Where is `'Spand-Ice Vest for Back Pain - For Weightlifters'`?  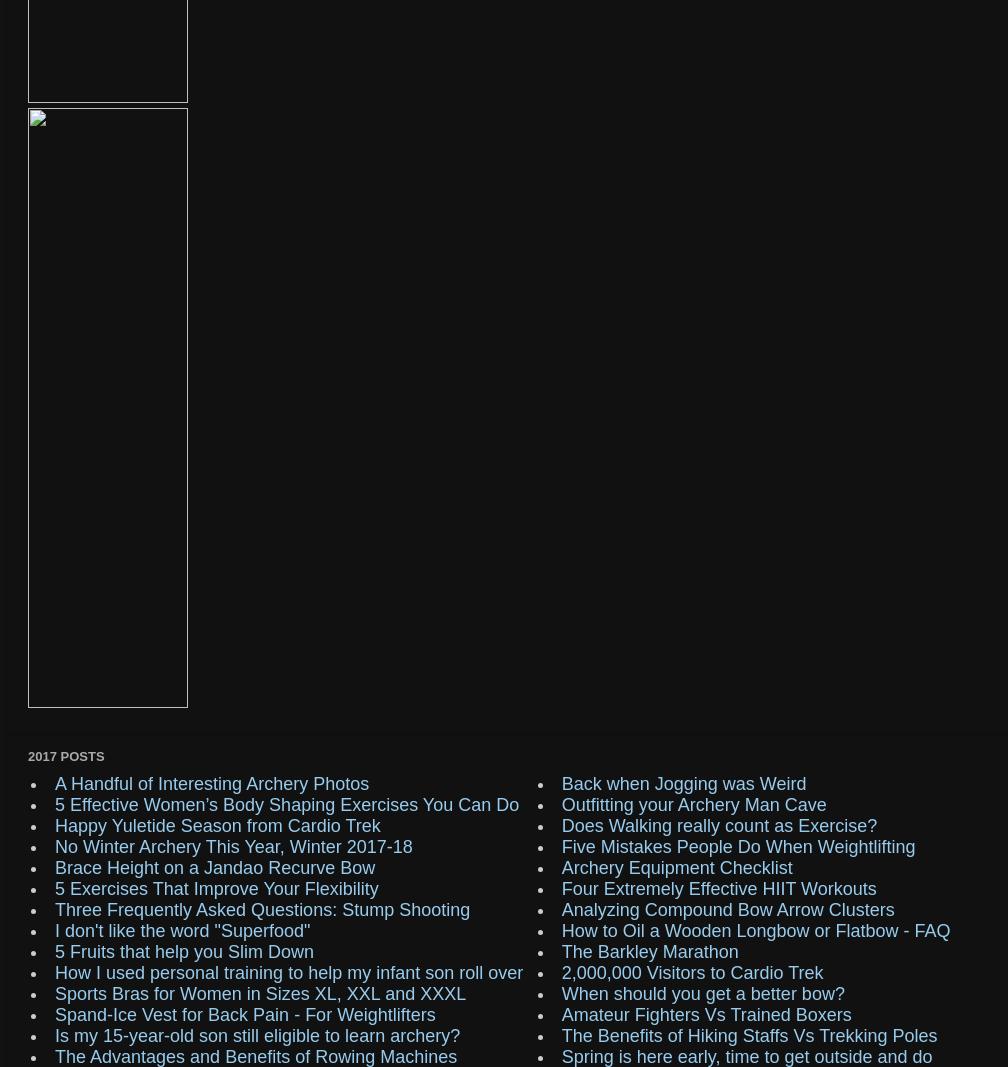
'Spand-Ice Vest for Back Pain - For Weightlifters' is located at coordinates (245, 1013).